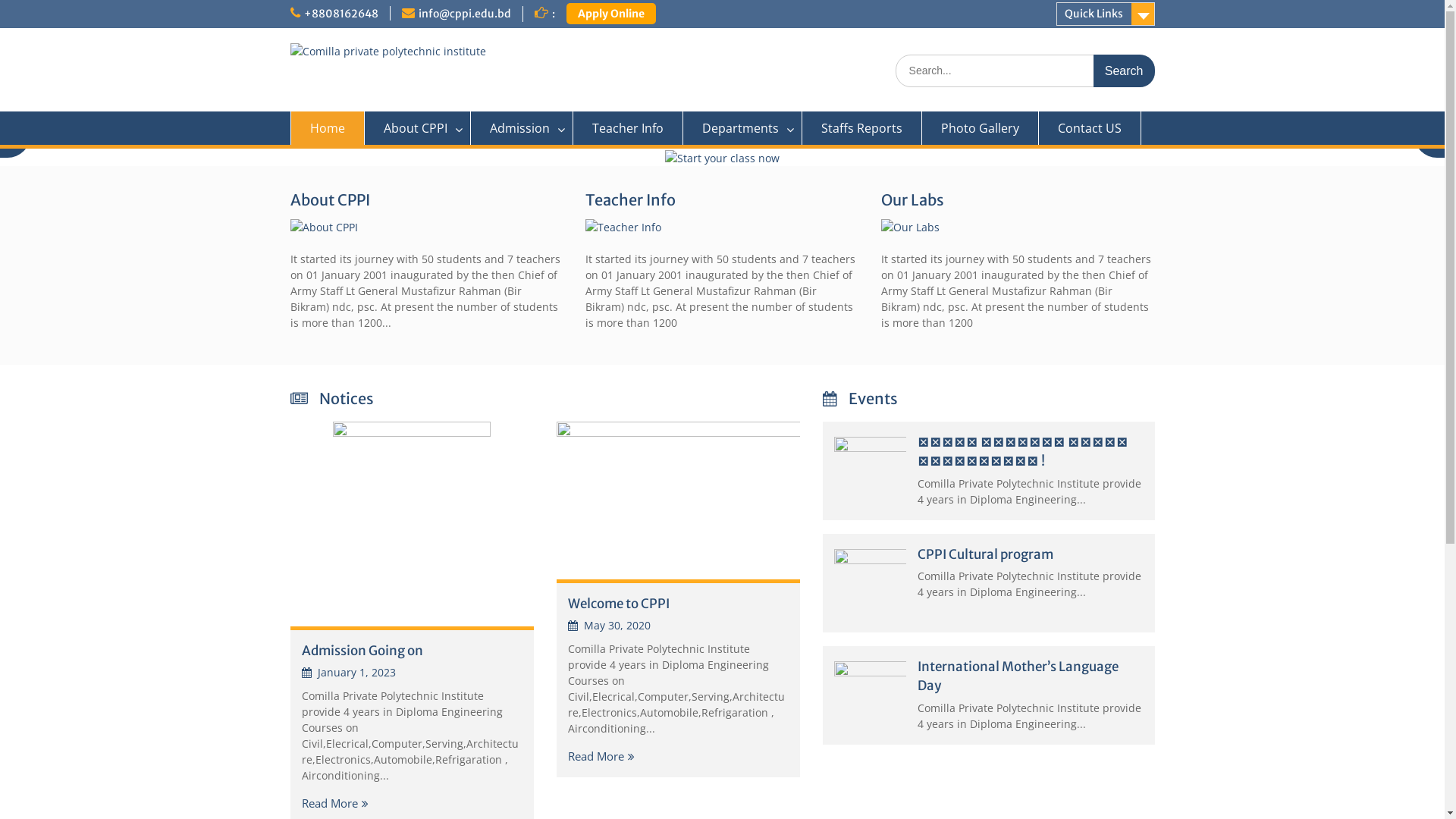 The width and height of the screenshot is (1456, 819). What do you see at coordinates (880, 199) in the screenshot?
I see `'Our Labs'` at bounding box center [880, 199].